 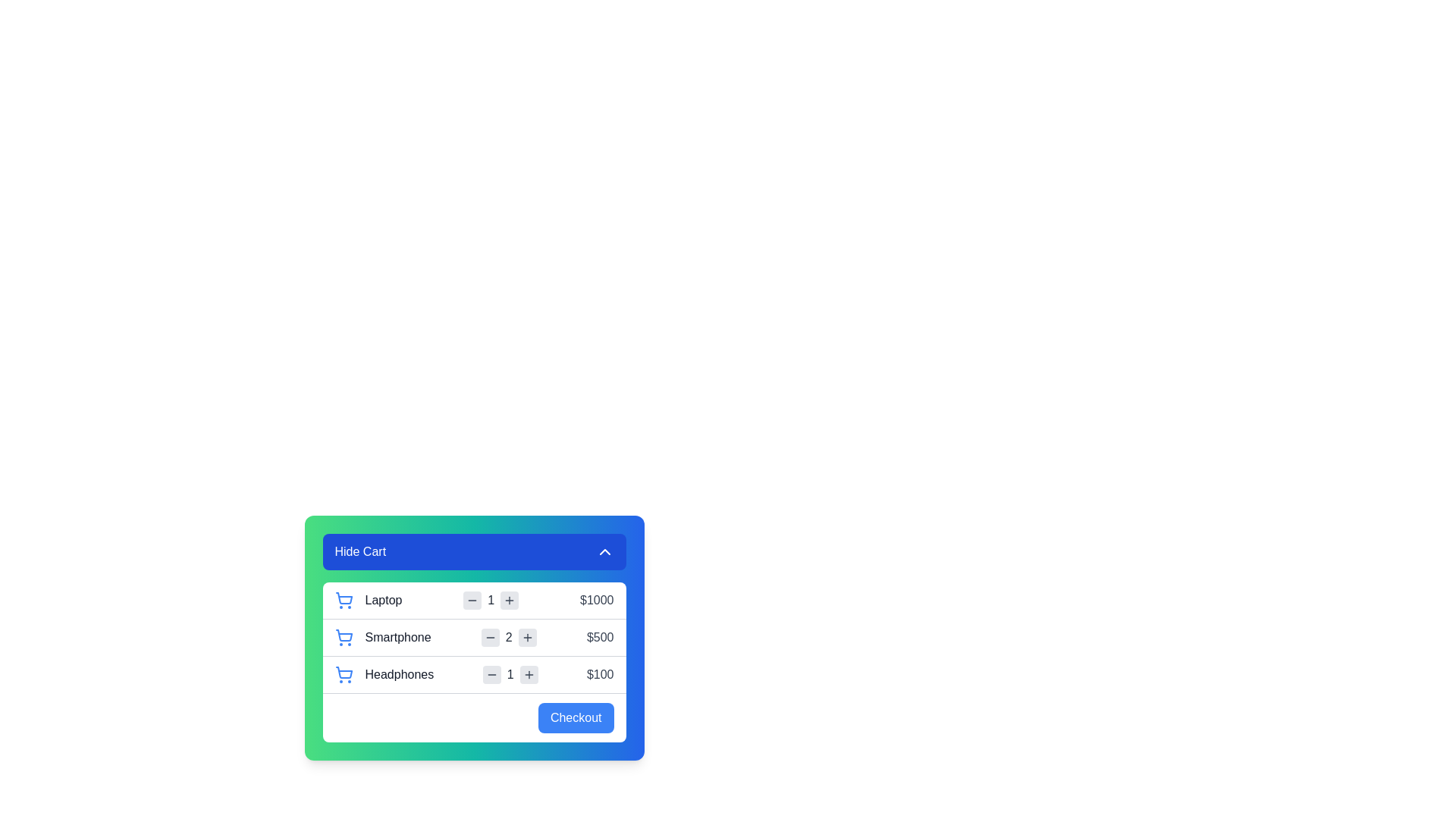 I want to click on the collapse button located at the top center of the card-like component to toggle the visibility of the cart details for accessibility, so click(x=473, y=552).